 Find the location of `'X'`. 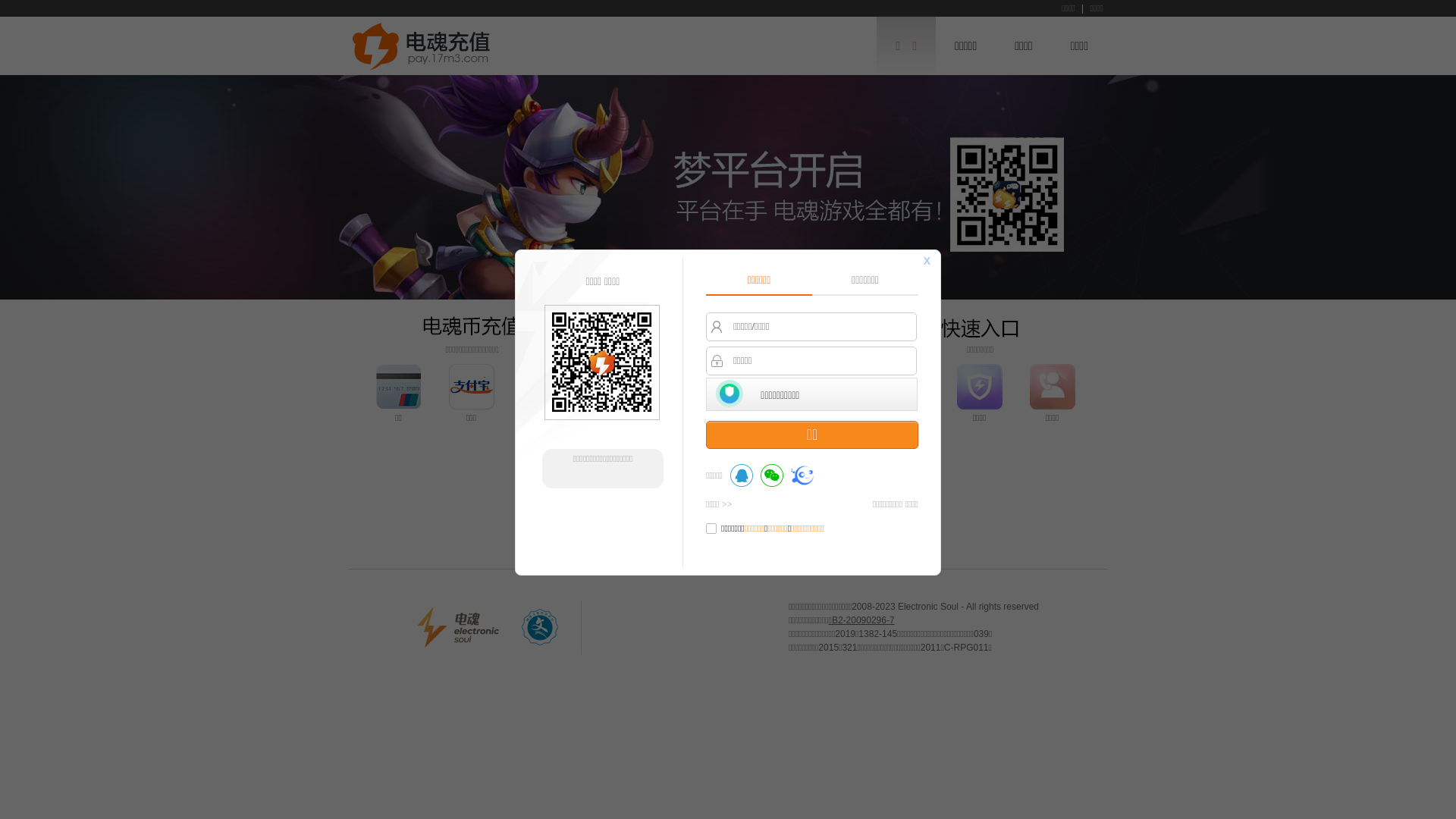

'X' is located at coordinates (926, 259).